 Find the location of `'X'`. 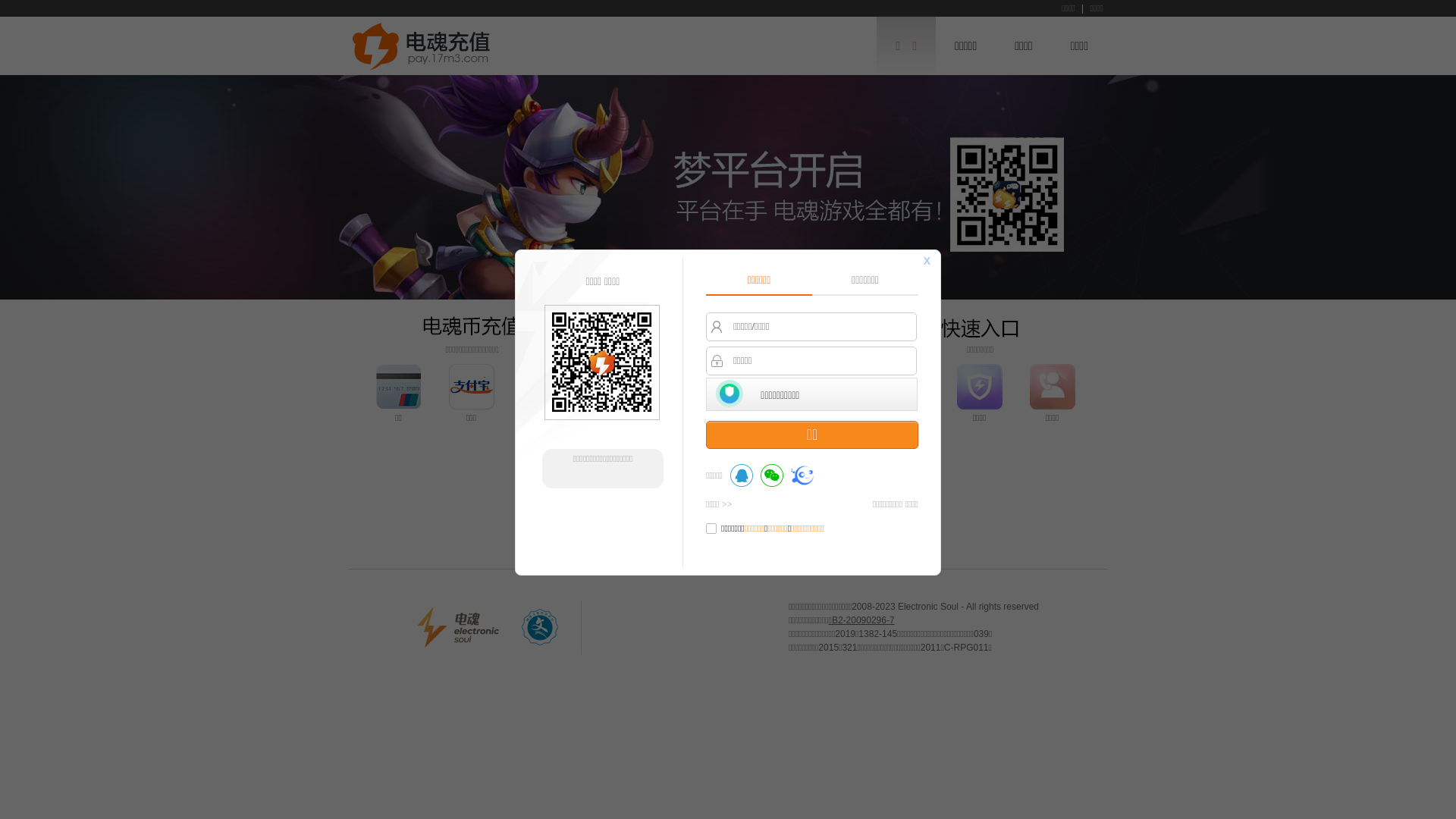

'X' is located at coordinates (926, 259).